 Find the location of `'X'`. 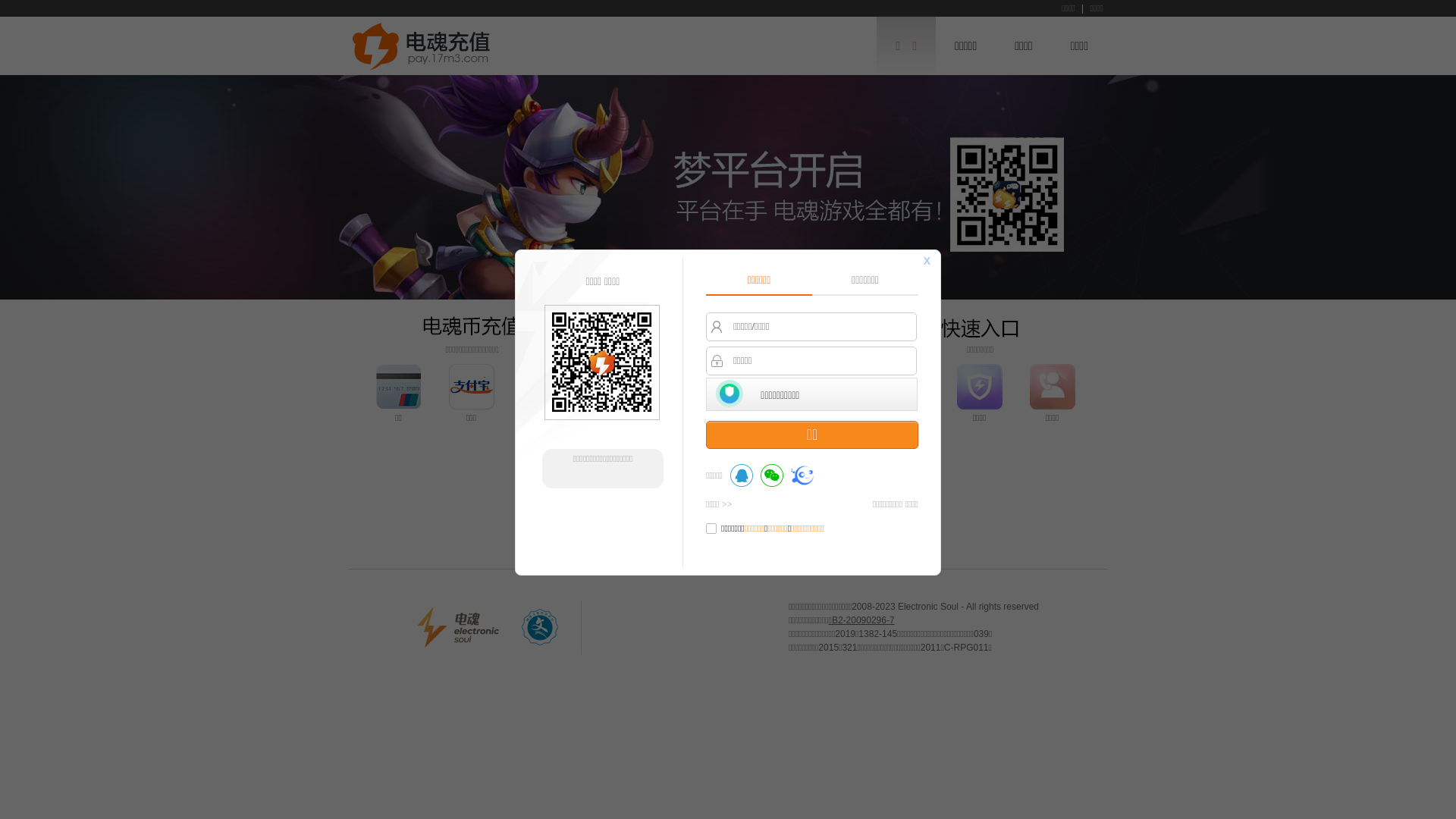

'X' is located at coordinates (926, 259).